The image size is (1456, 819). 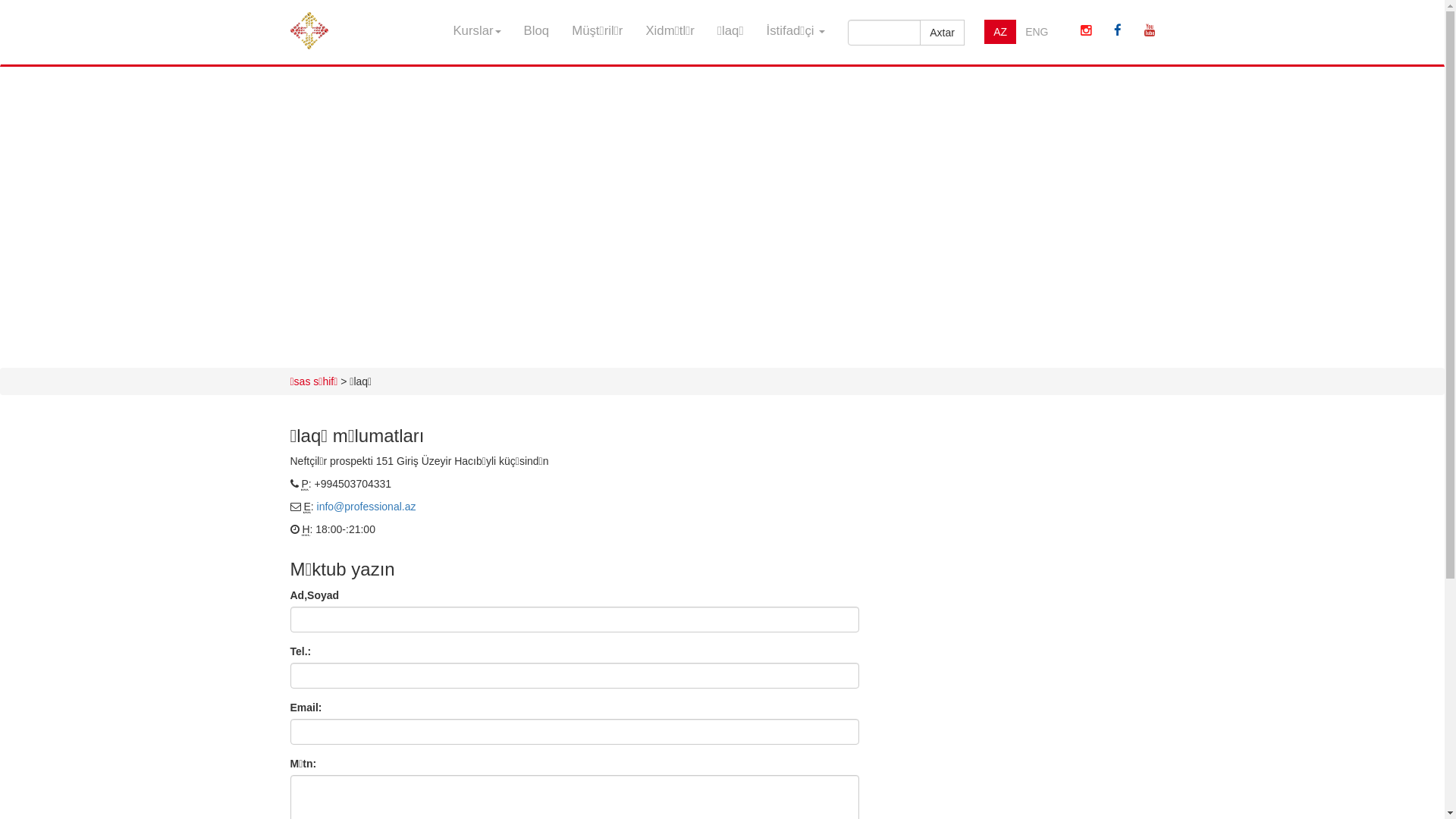 What do you see at coordinates (1036, 32) in the screenshot?
I see `'ENG'` at bounding box center [1036, 32].